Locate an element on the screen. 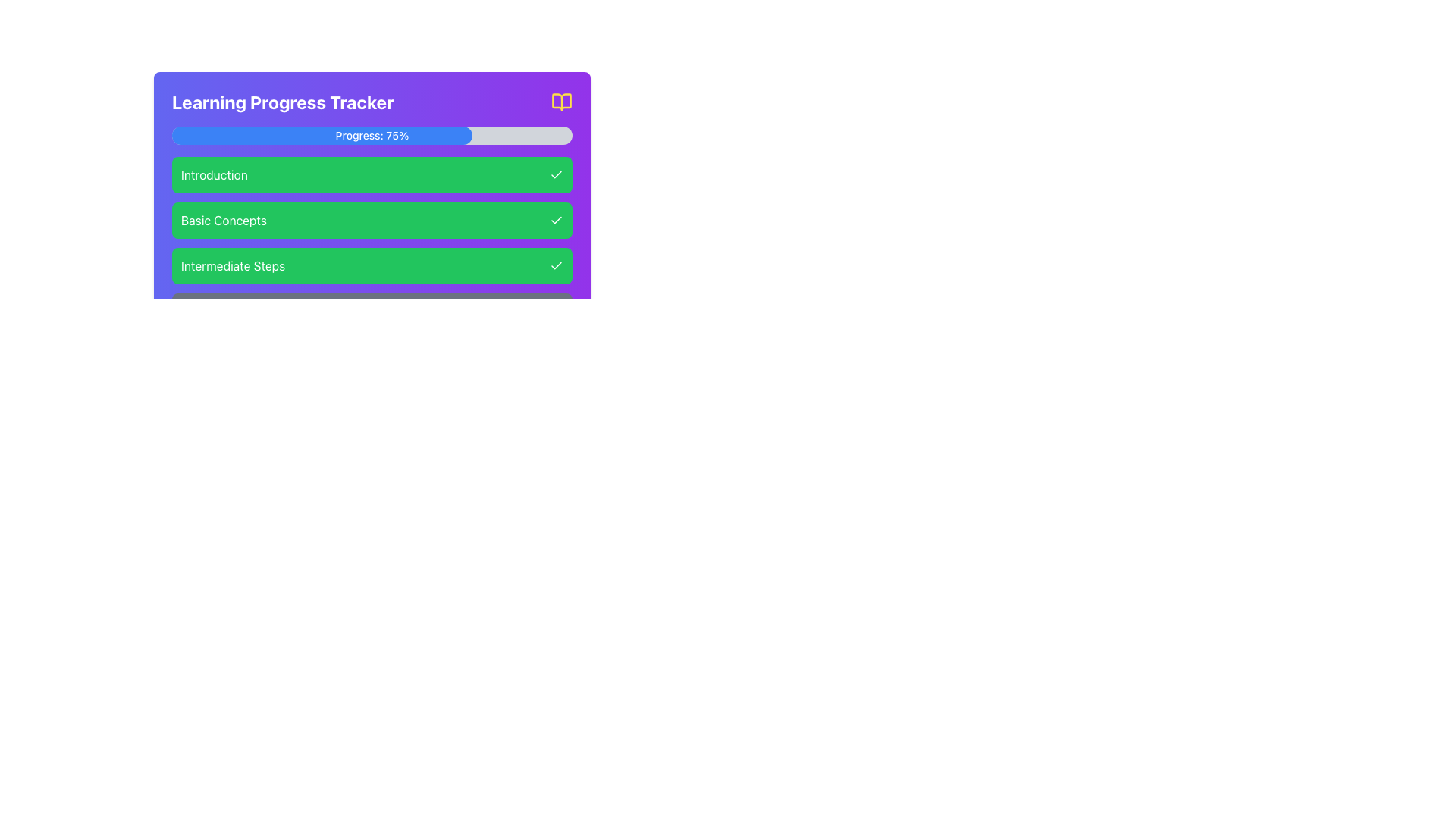 This screenshot has height=819, width=1456. the first green list item in the progress tracker located in the top-left quadrant of the highlighted progress section is located at coordinates (372, 175).